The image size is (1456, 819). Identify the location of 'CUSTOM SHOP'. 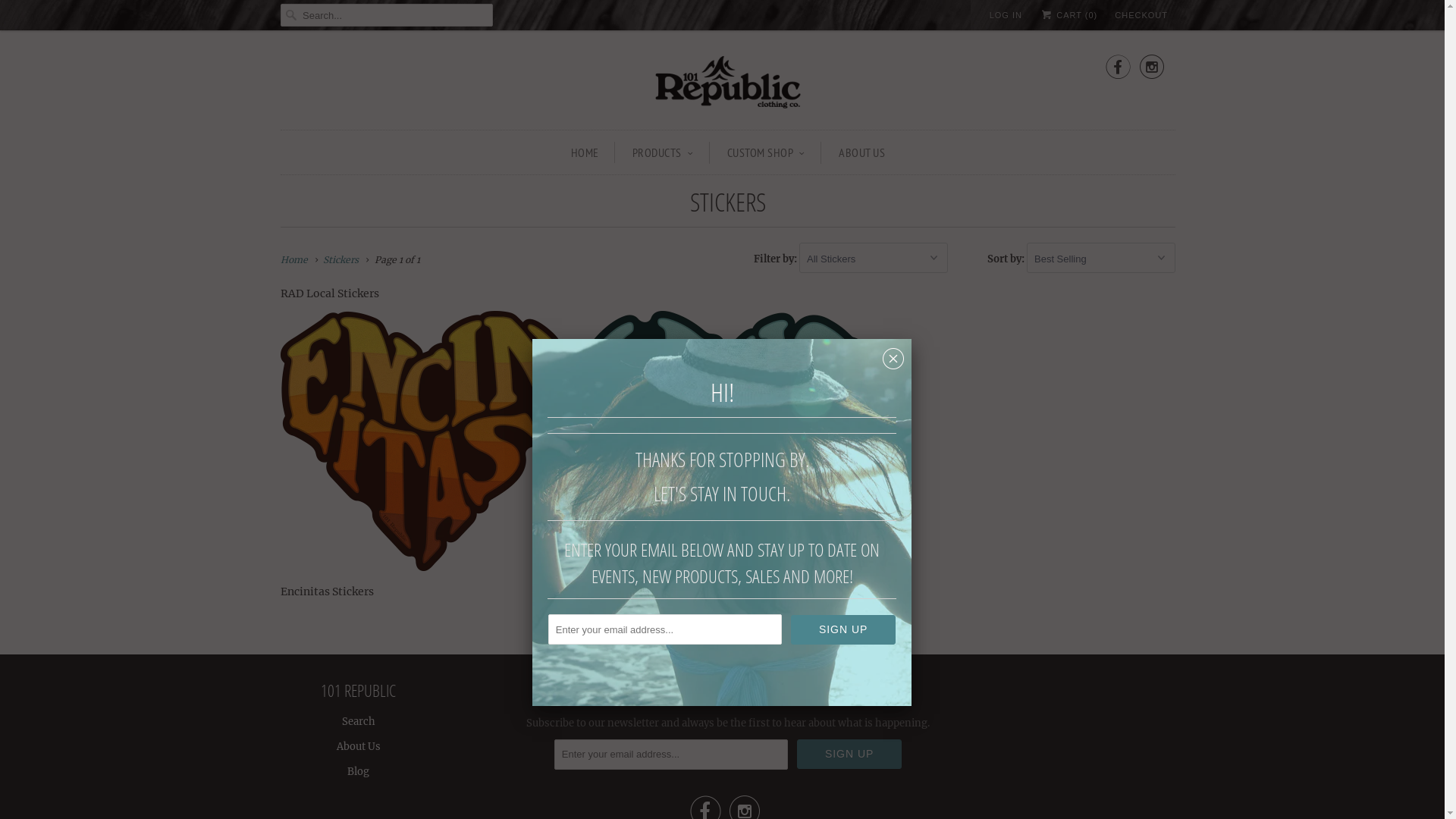
(766, 152).